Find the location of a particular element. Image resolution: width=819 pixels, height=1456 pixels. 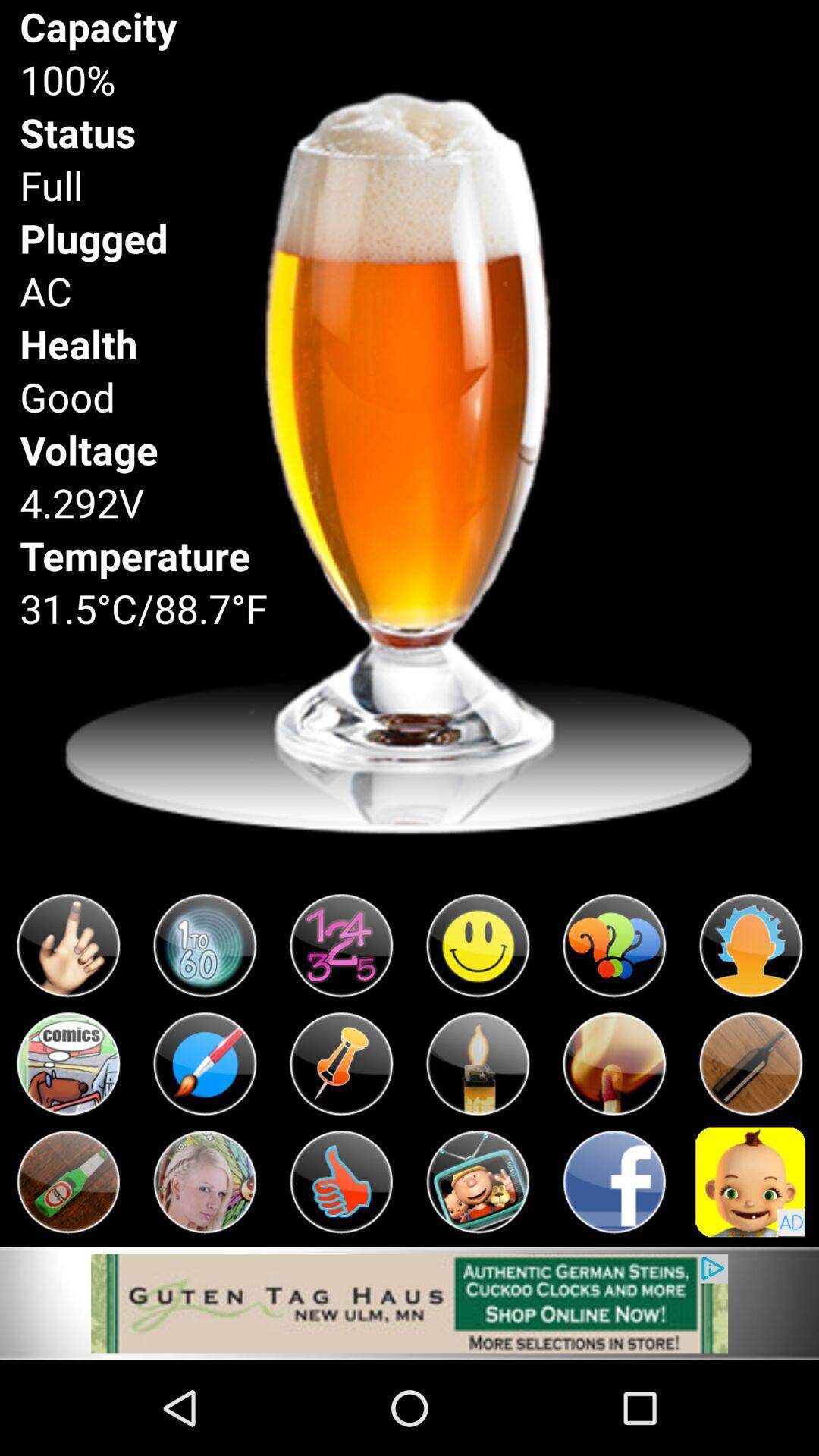

the emoji icon is located at coordinates (476, 1012).